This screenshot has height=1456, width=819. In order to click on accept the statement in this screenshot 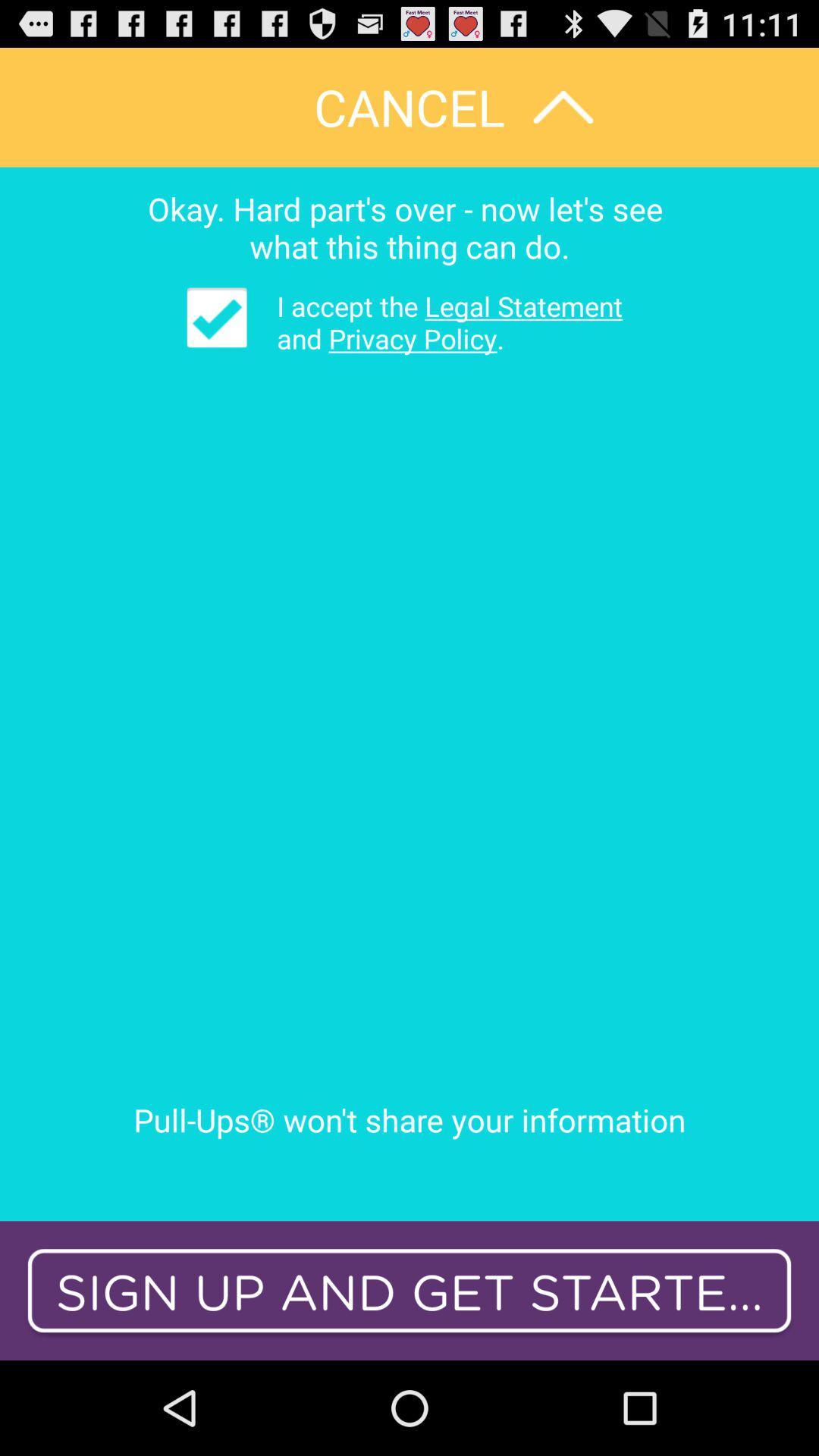, I will do `click(217, 316)`.